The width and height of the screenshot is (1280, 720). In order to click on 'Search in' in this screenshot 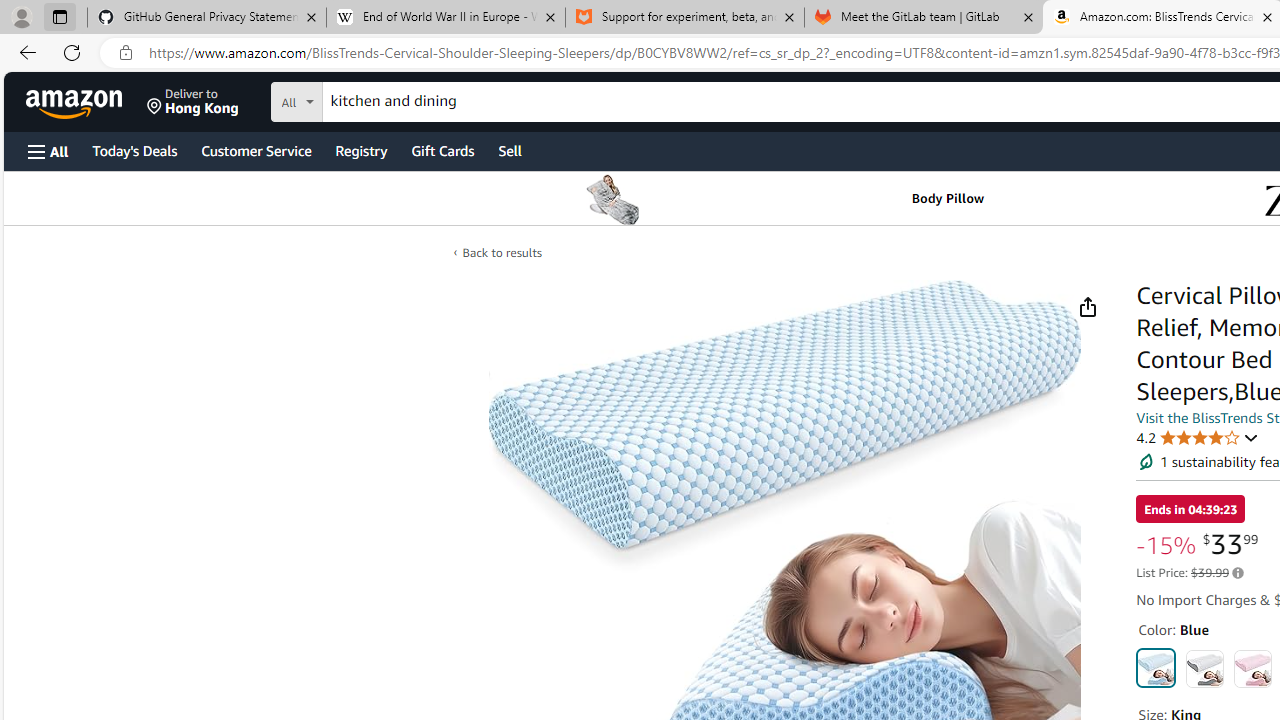, I will do `click(371, 99)`.